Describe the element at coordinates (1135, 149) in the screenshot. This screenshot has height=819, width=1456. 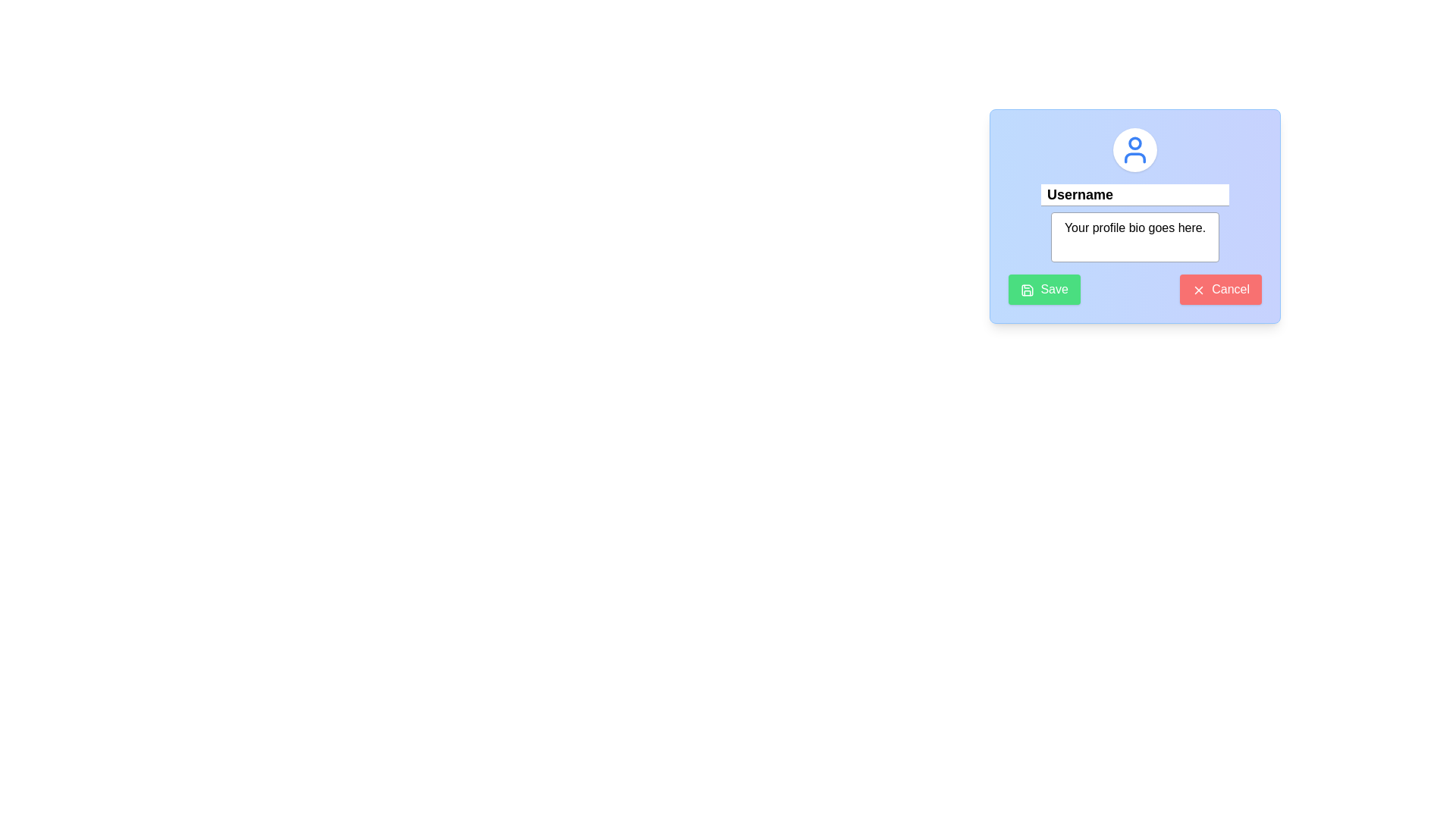
I see `the circular icon with a user outline design in blue color, which is located at the center-top of the profile card` at that location.